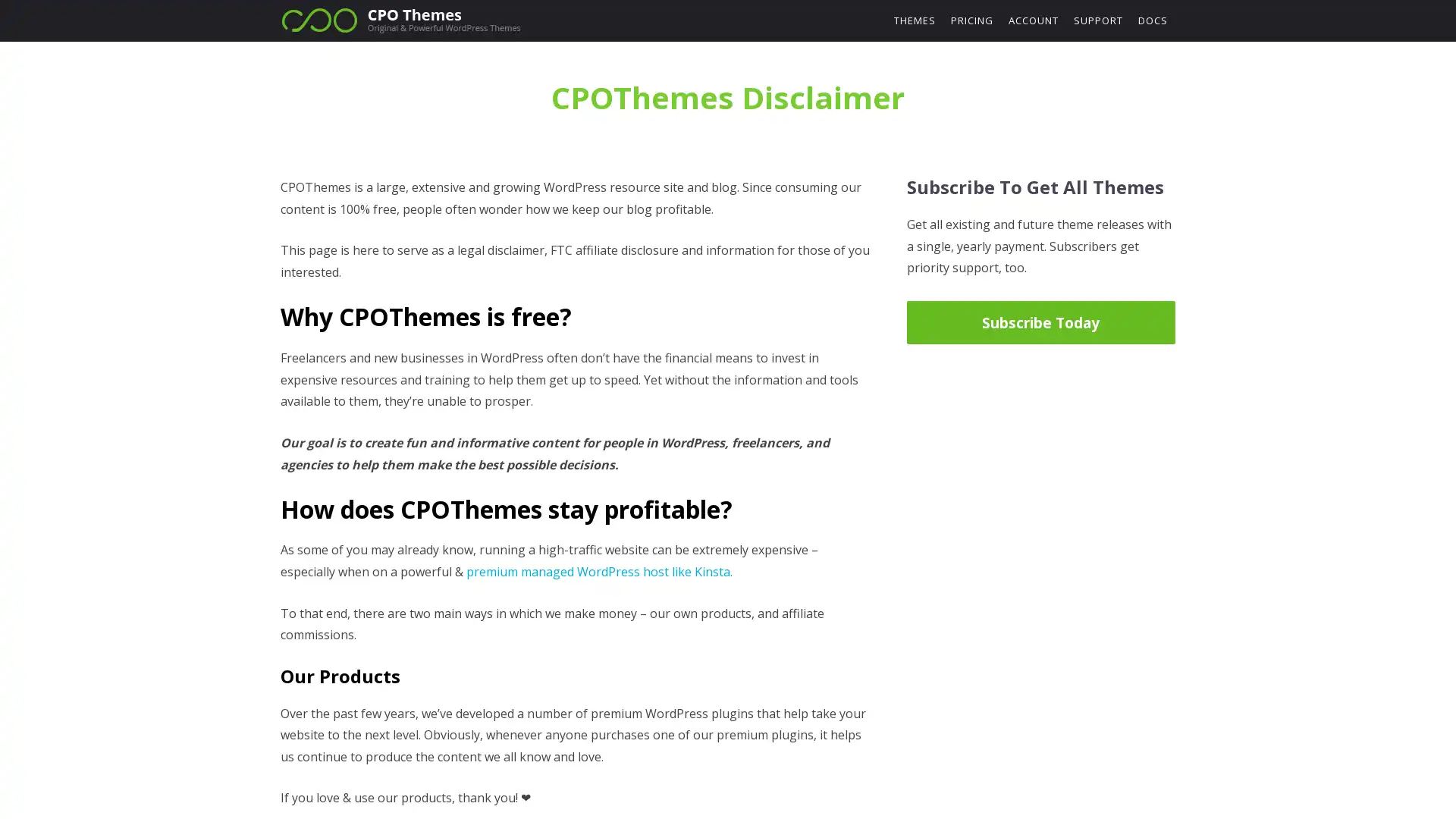 This screenshot has height=819, width=1456. Describe the element at coordinates (1040, 321) in the screenshot. I see `Subscribe Today` at that location.